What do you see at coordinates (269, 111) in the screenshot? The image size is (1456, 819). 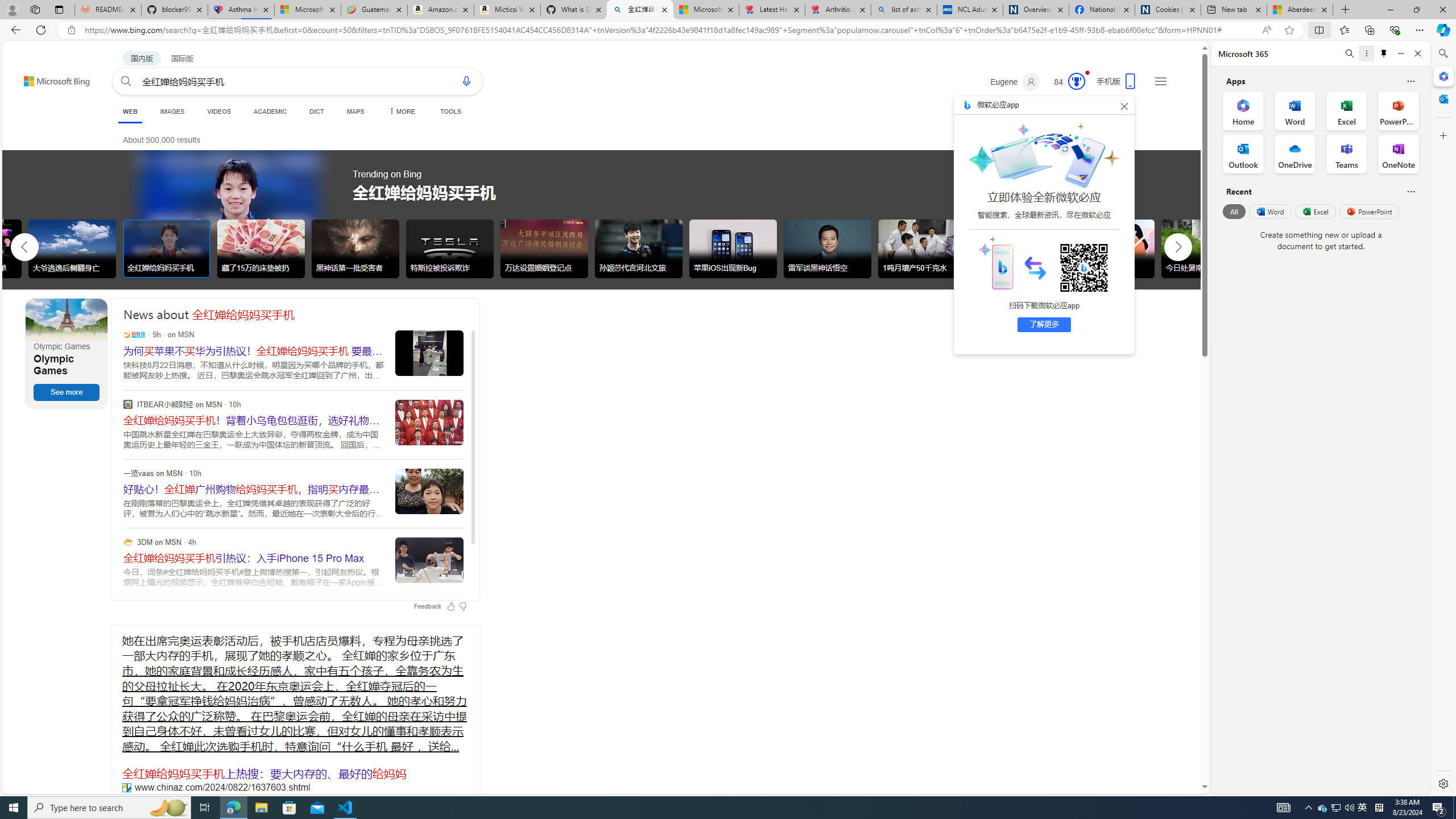 I see `'ACADEMIC'` at bounding box center [269, 111].